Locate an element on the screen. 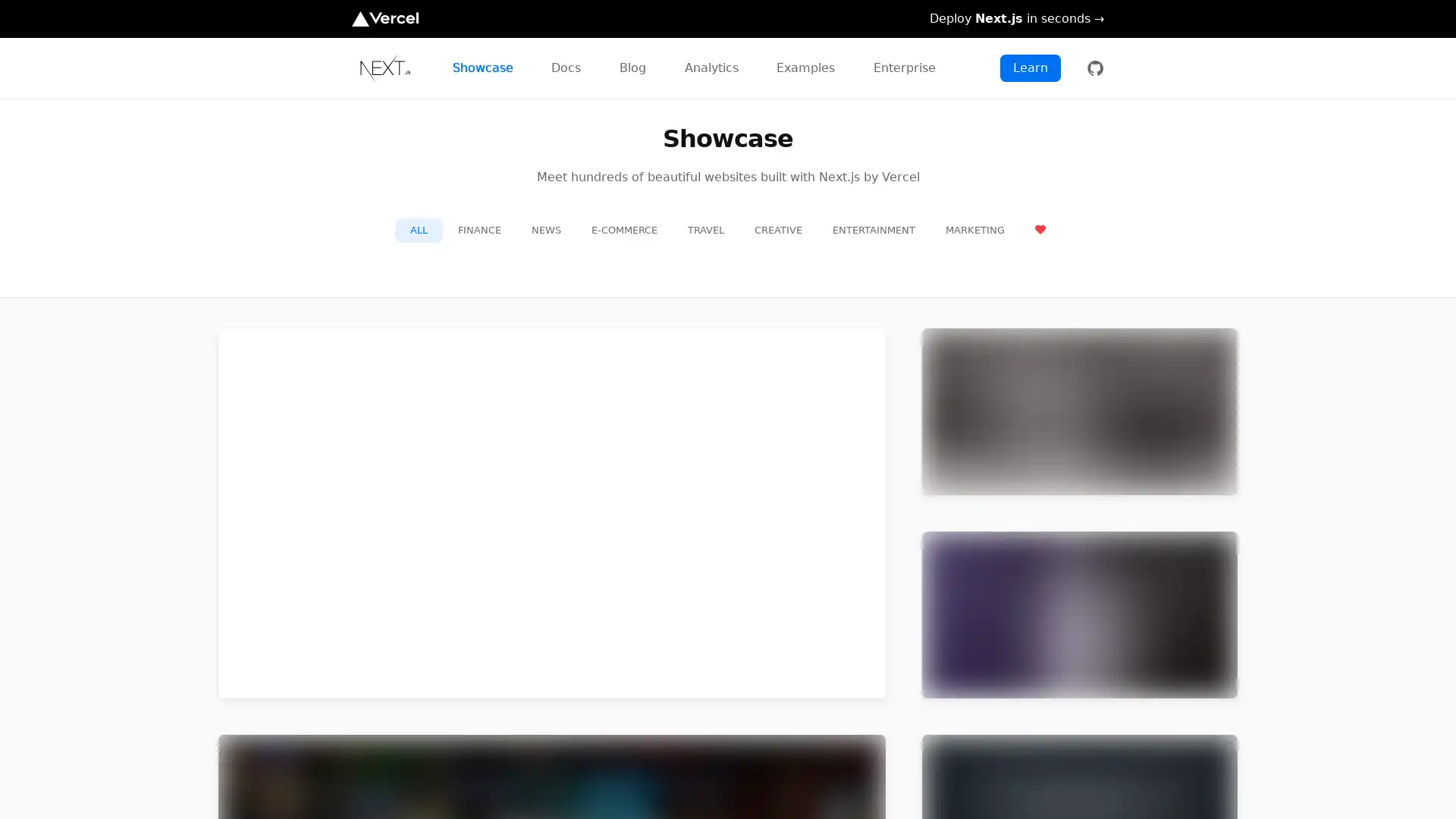  preview for TikTok TikTok https://m.tiktok.com is located at coordinates (551, 512).